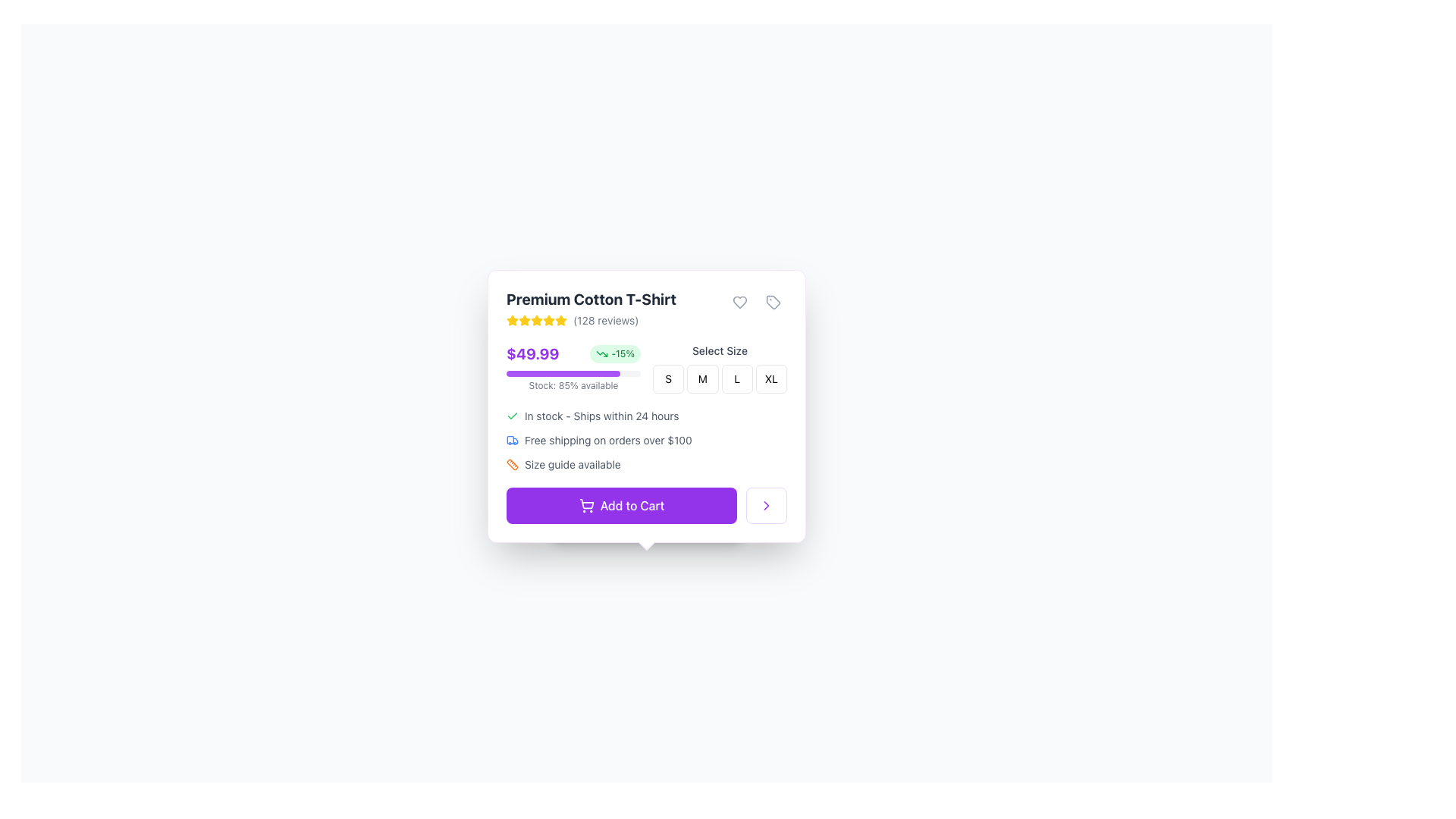 The image size is (1456, 819). Describe the element at coordinates (667, 378) in the screenshot. I see `the 'S' size button, which is a square button with rounded corners, a white background, and a black border containing a bold 'S' character, using keyboard navigation` at that location.